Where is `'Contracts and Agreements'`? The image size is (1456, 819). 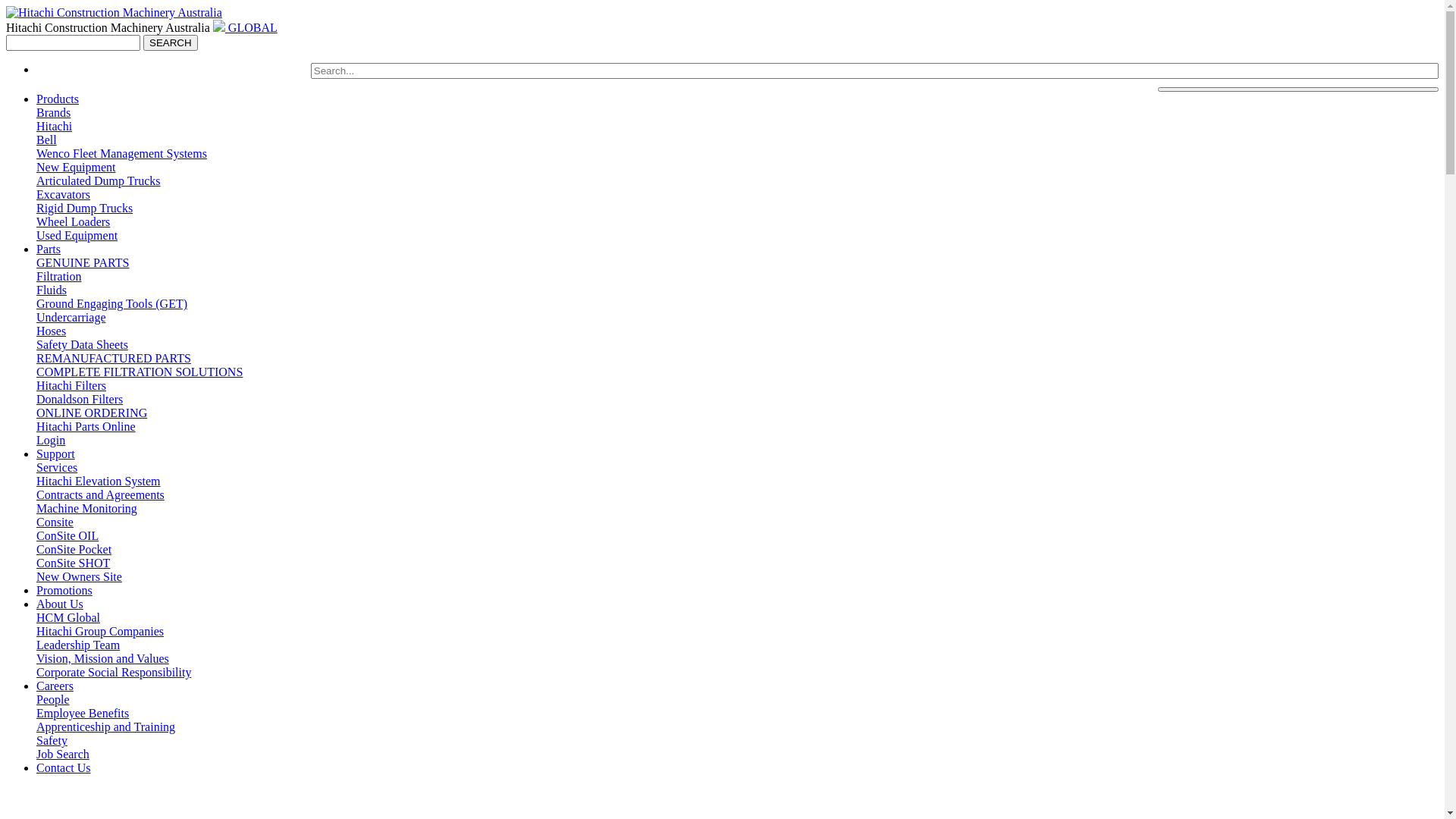
'Contracts and Agreements' is located at coordinates (99, 494).